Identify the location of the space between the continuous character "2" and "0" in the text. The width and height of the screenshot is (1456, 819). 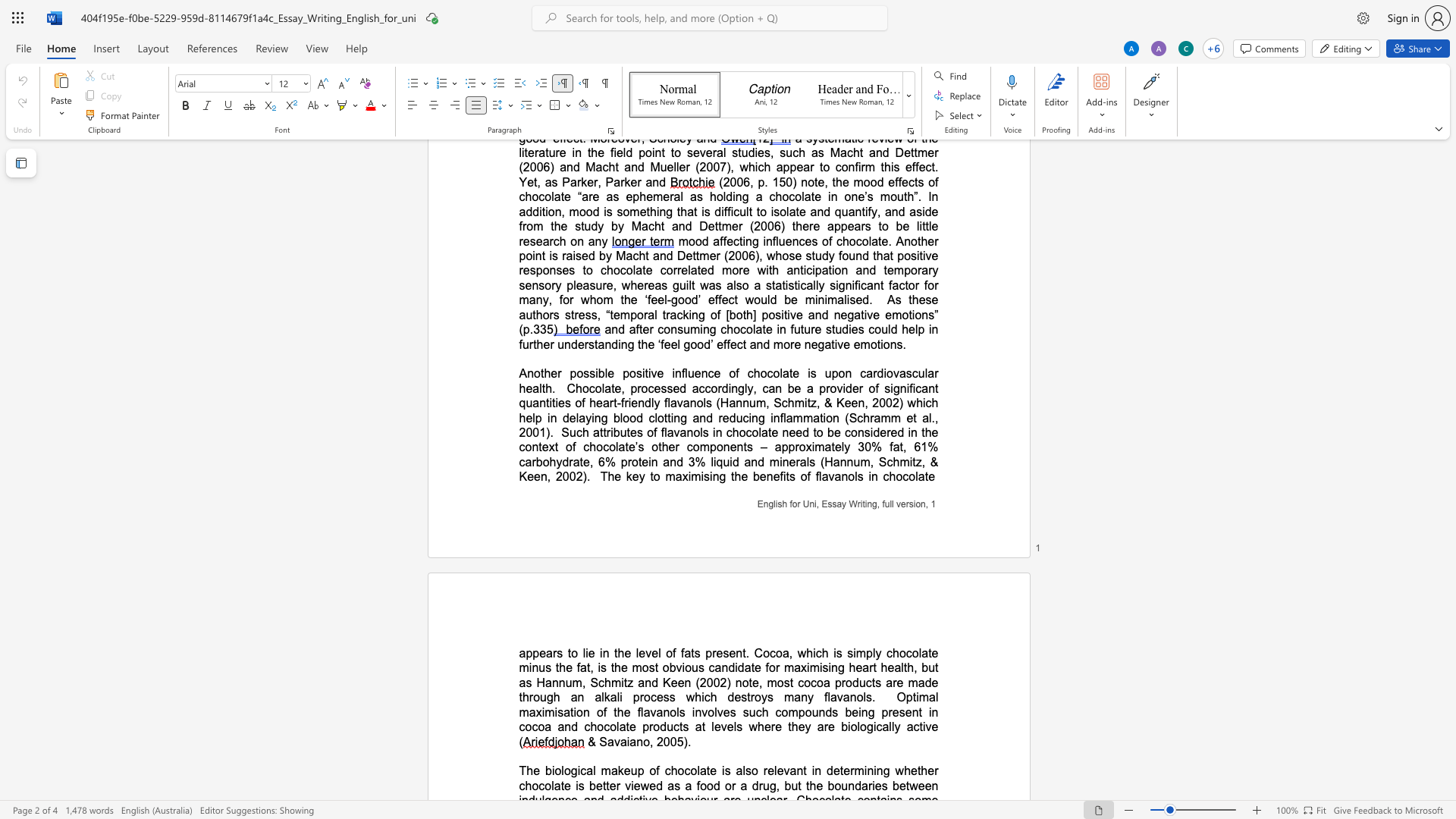
(561, 475).